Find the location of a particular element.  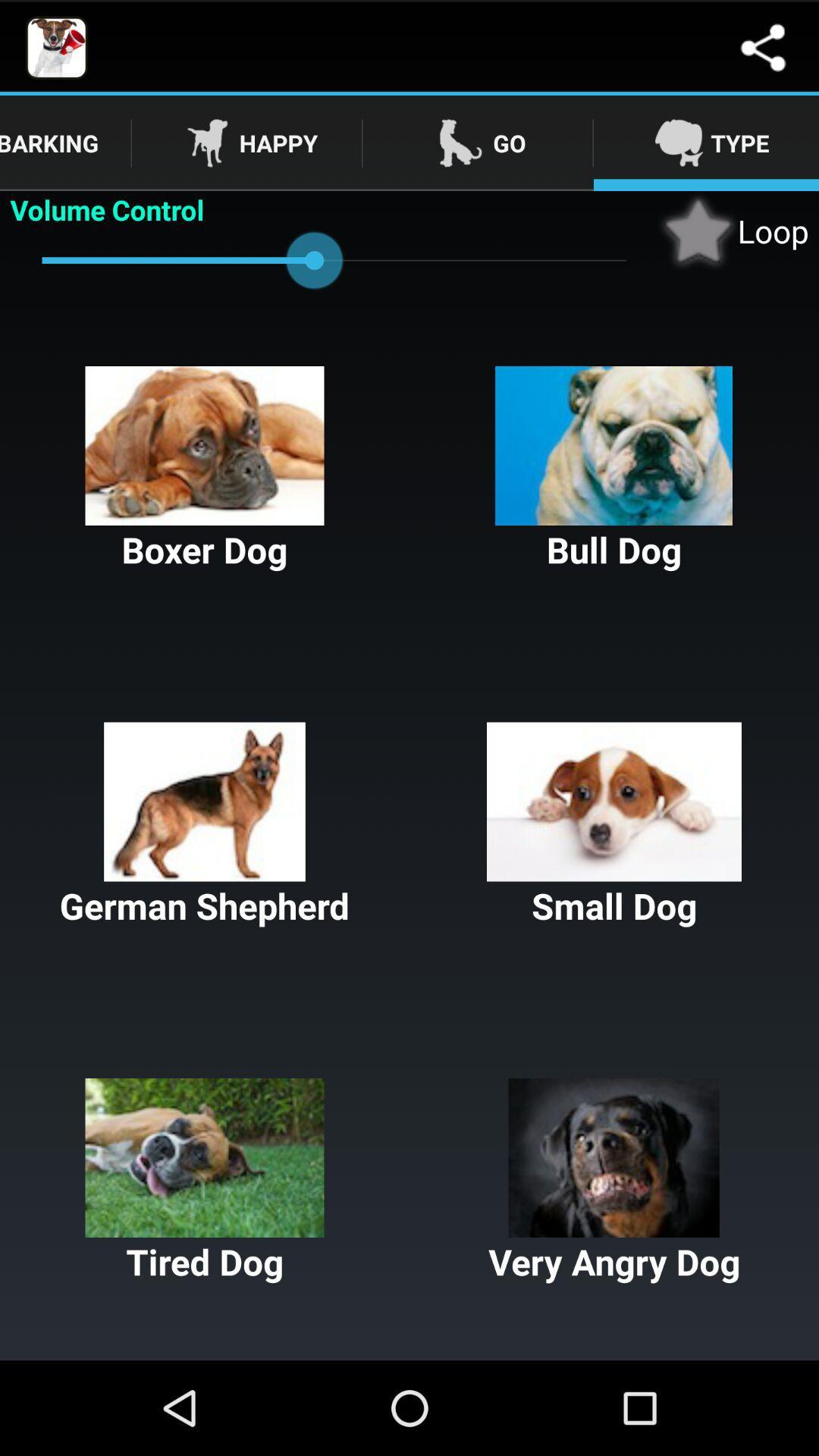

boxer dog button is located at coordinates (205, 469).